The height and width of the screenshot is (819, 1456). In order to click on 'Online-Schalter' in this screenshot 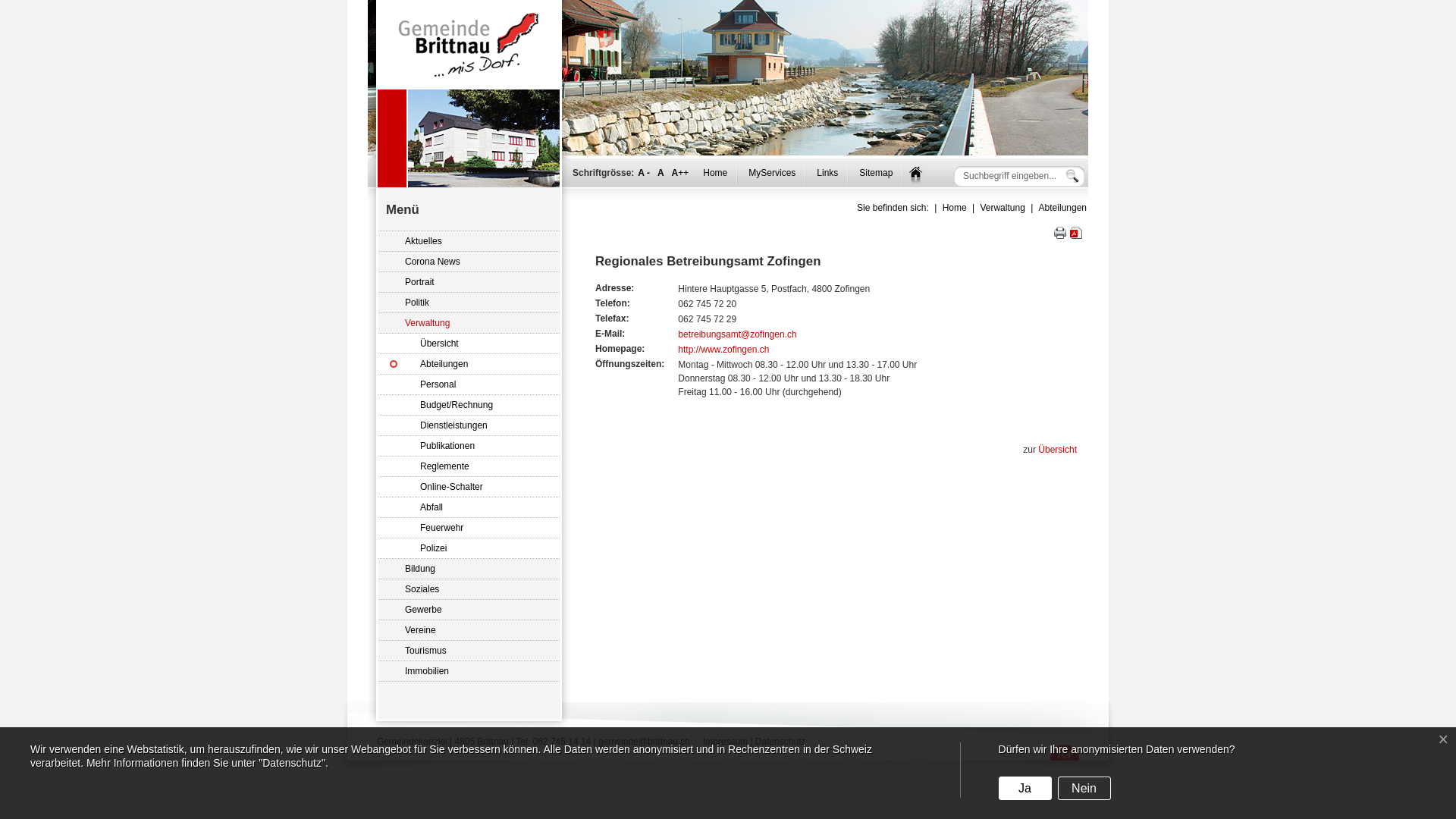, I will do `click(468, 487)`.